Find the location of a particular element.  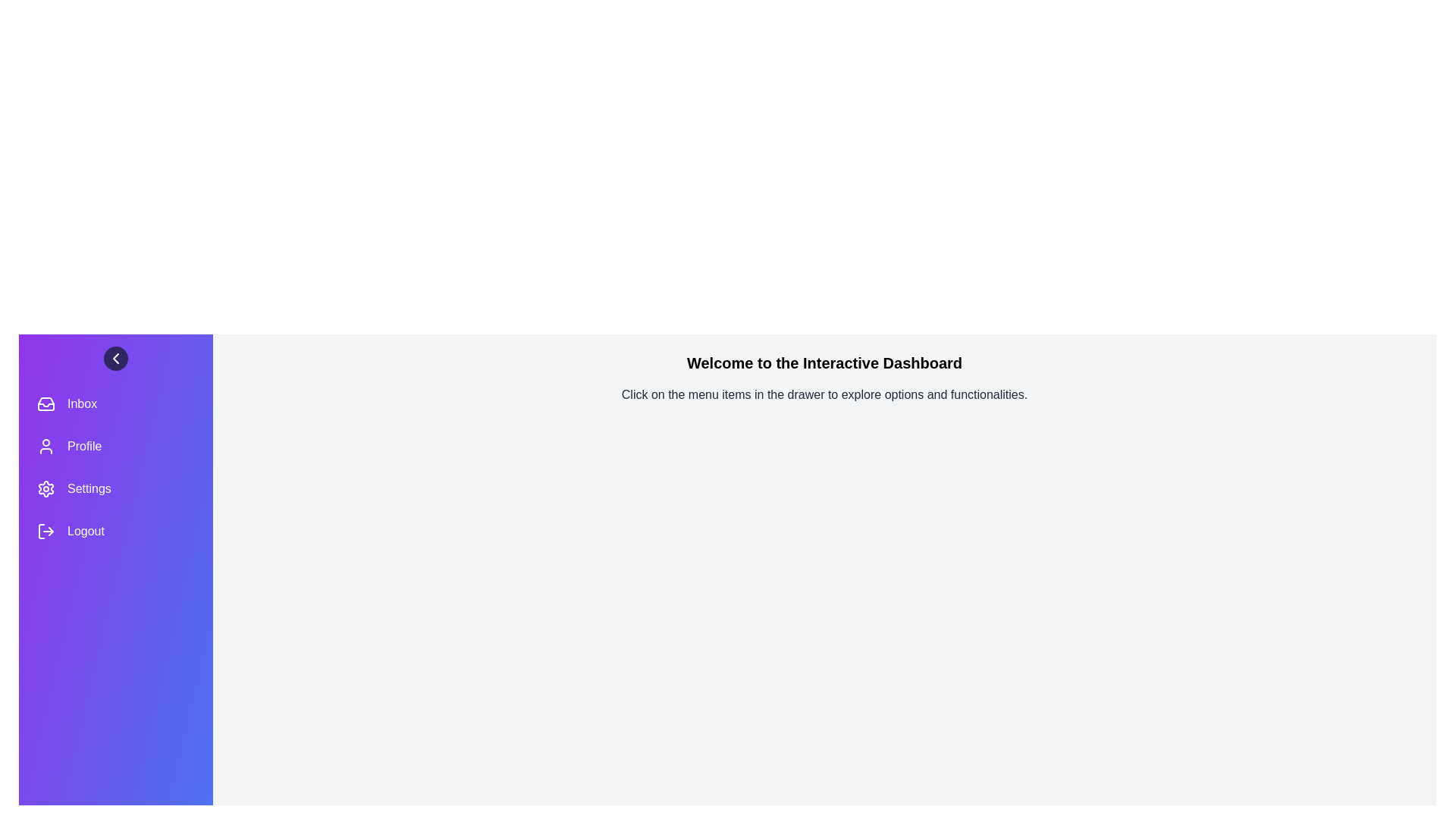

the menu item labeled Settings to trigger its associated action is located at coordinates (115, 488).